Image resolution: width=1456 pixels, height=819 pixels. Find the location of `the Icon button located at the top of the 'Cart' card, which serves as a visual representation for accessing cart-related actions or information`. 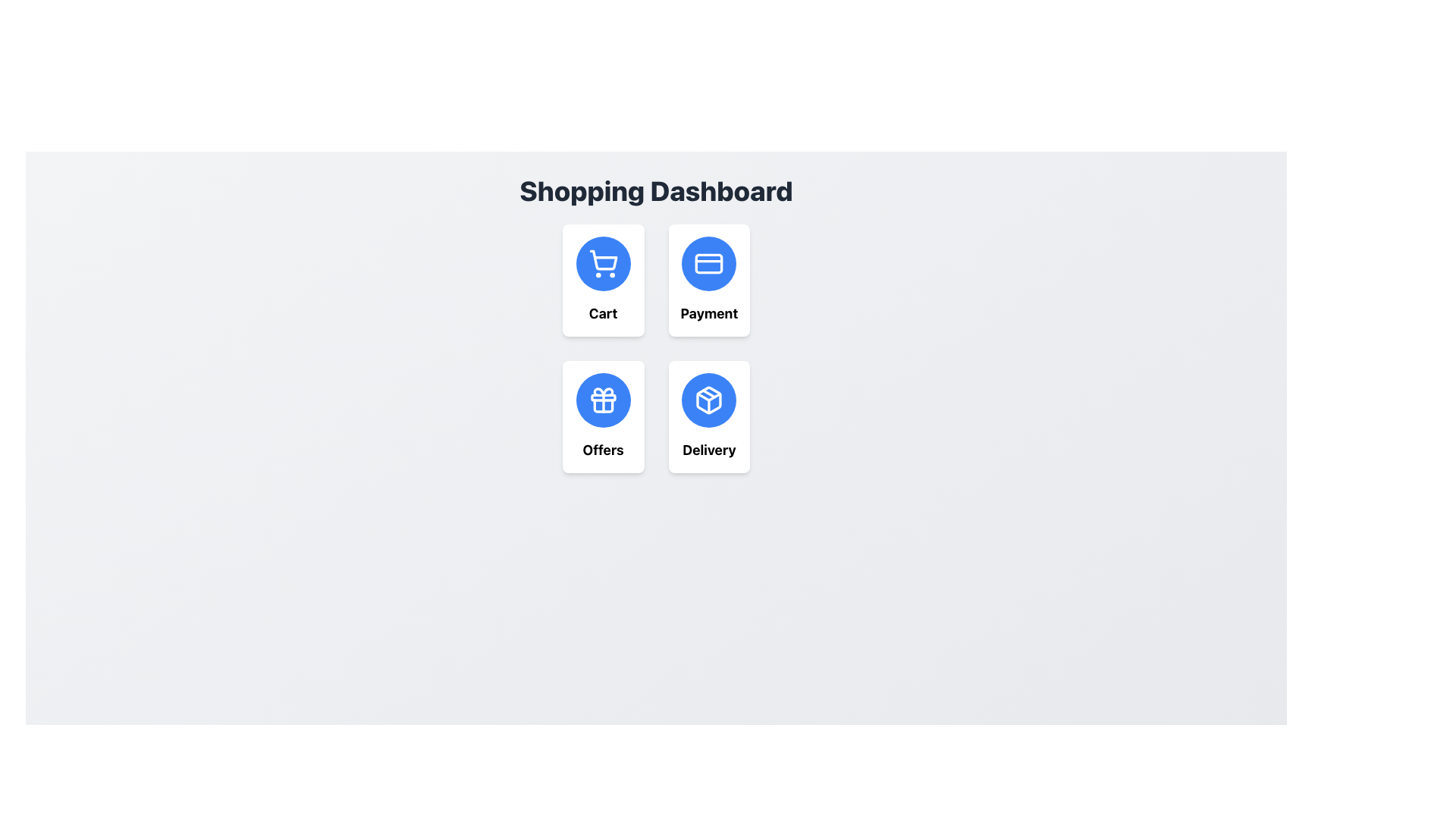

the Icon button located at the top of the 'Cart' card, which serves as a visual representation for accessing cart-related actions or information is located at coordinates (602, 262).